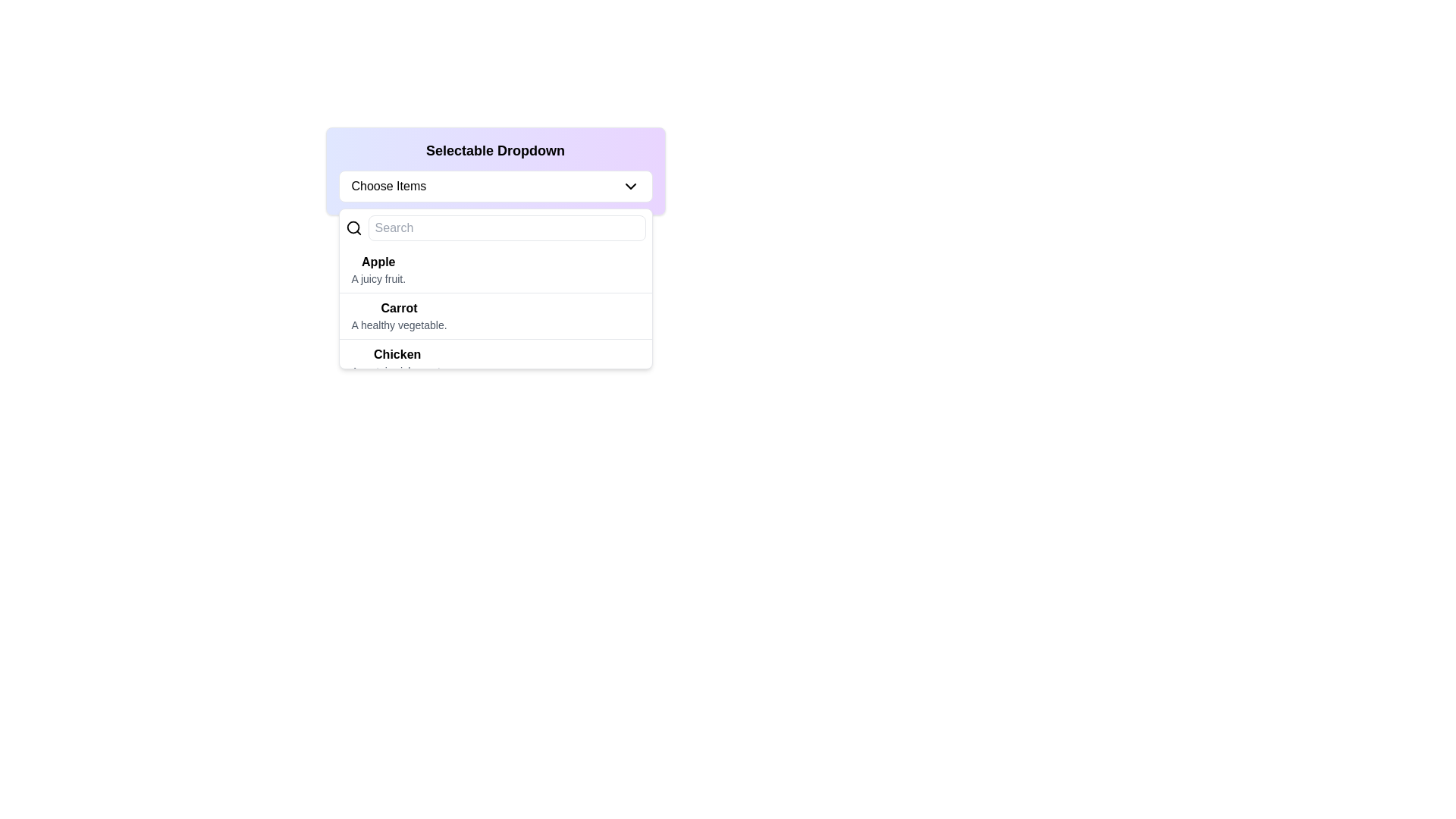  Describe the element at coordinates (397, 362) in the screenshot. I see `the 'Chicken' entry in the dropdown menu, which is the third item following 'Apple' and 'Carrot'` at that location.